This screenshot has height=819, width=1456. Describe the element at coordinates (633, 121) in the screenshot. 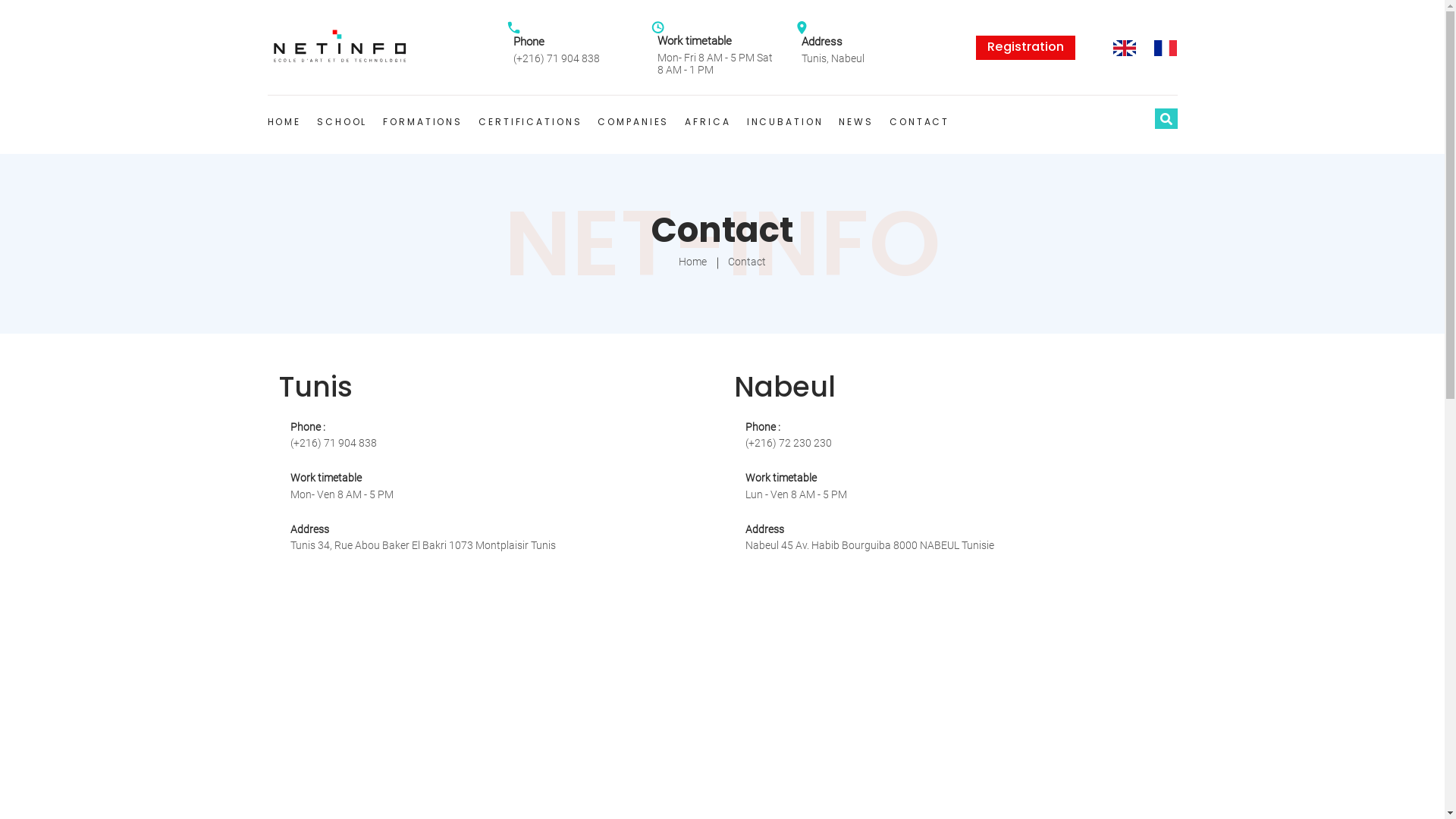

I see `'COMPANIES'` at that location.